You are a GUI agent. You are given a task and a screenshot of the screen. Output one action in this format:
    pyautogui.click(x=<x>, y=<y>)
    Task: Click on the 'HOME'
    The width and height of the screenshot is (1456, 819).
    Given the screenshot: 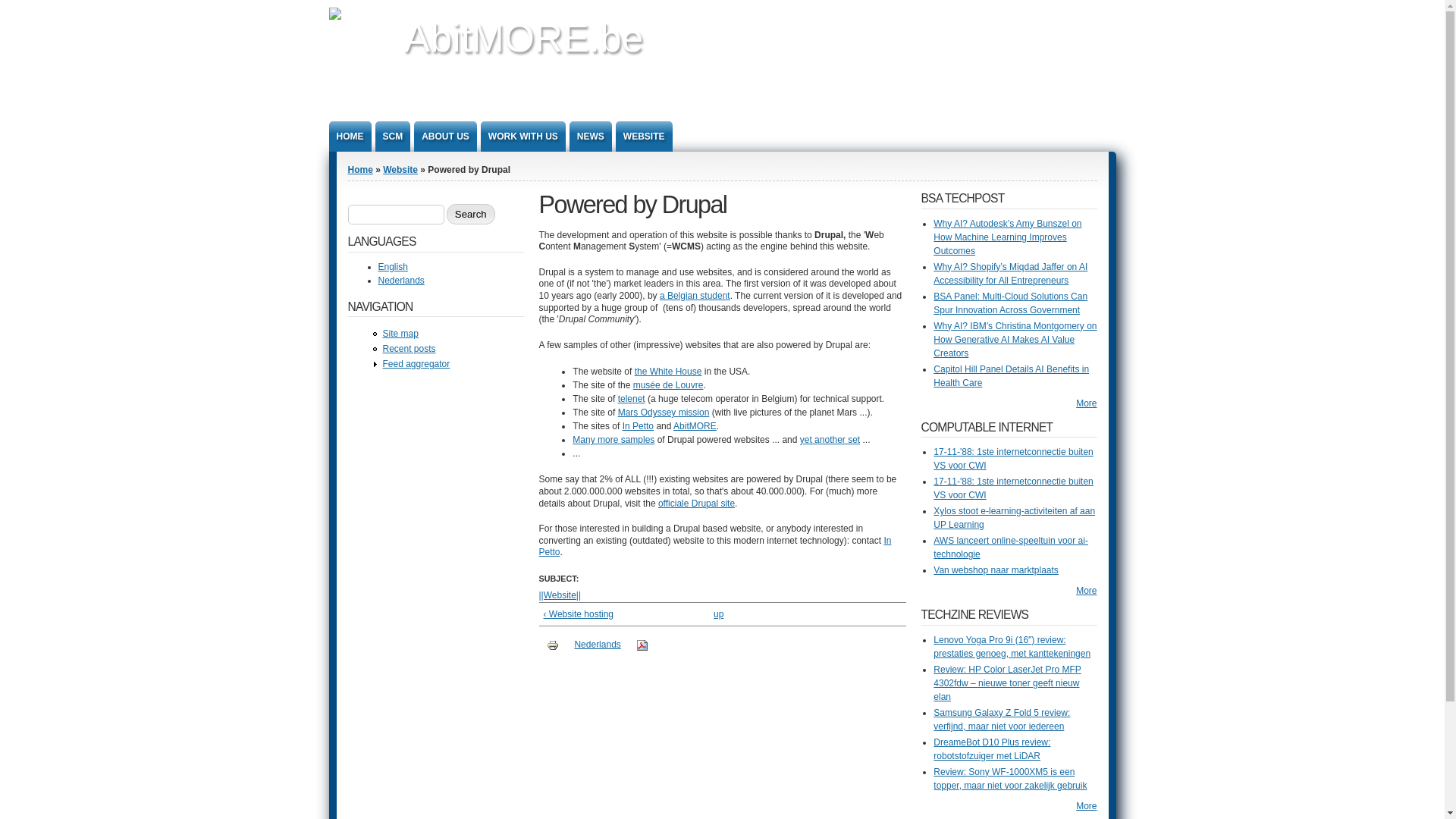 What is the action you would take?
    pyautogui.click(x=349, y=136)
    